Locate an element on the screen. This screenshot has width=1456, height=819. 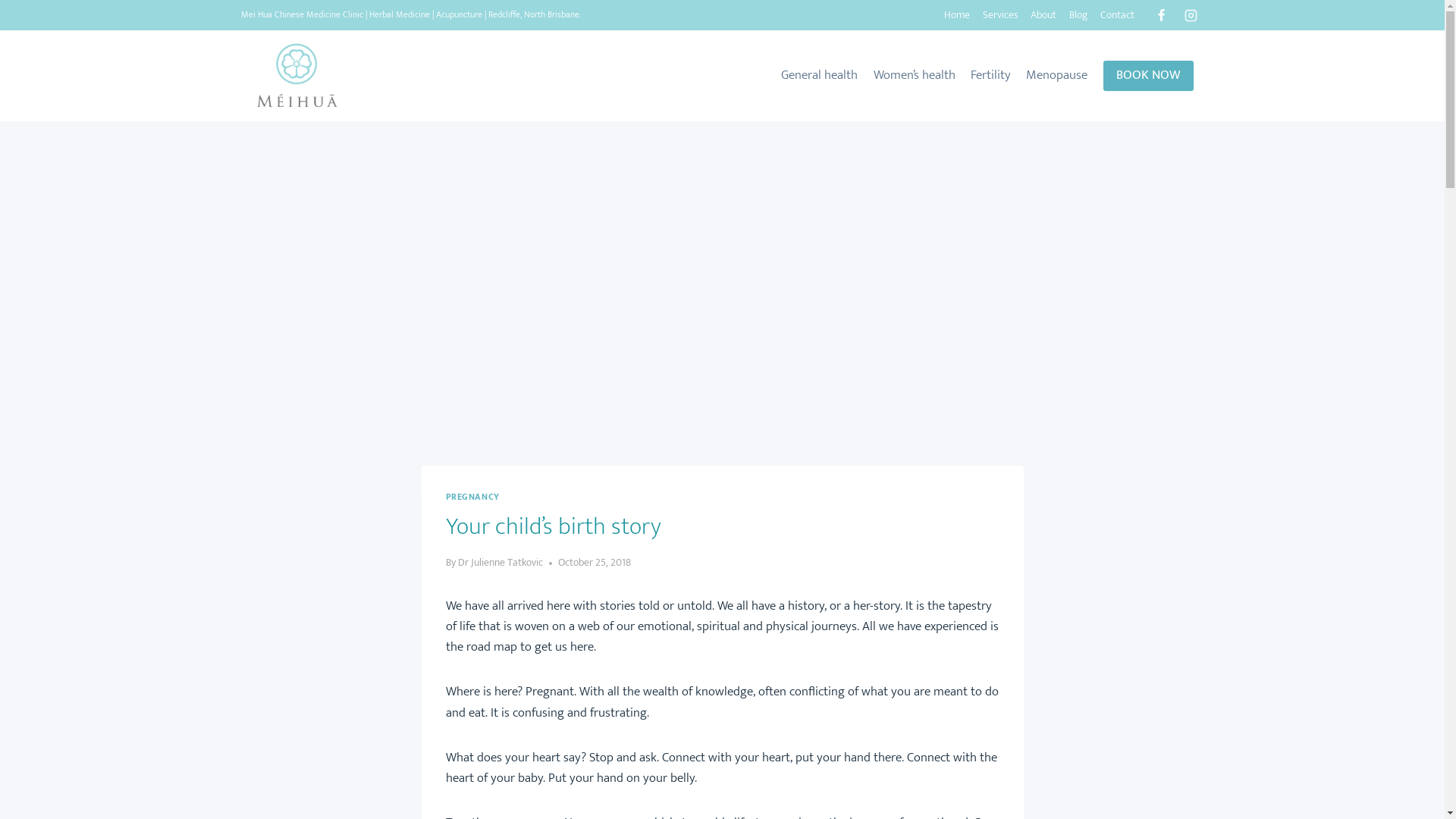
'Dr Julienne Tatkovic' is located at coordinates (500, 562).